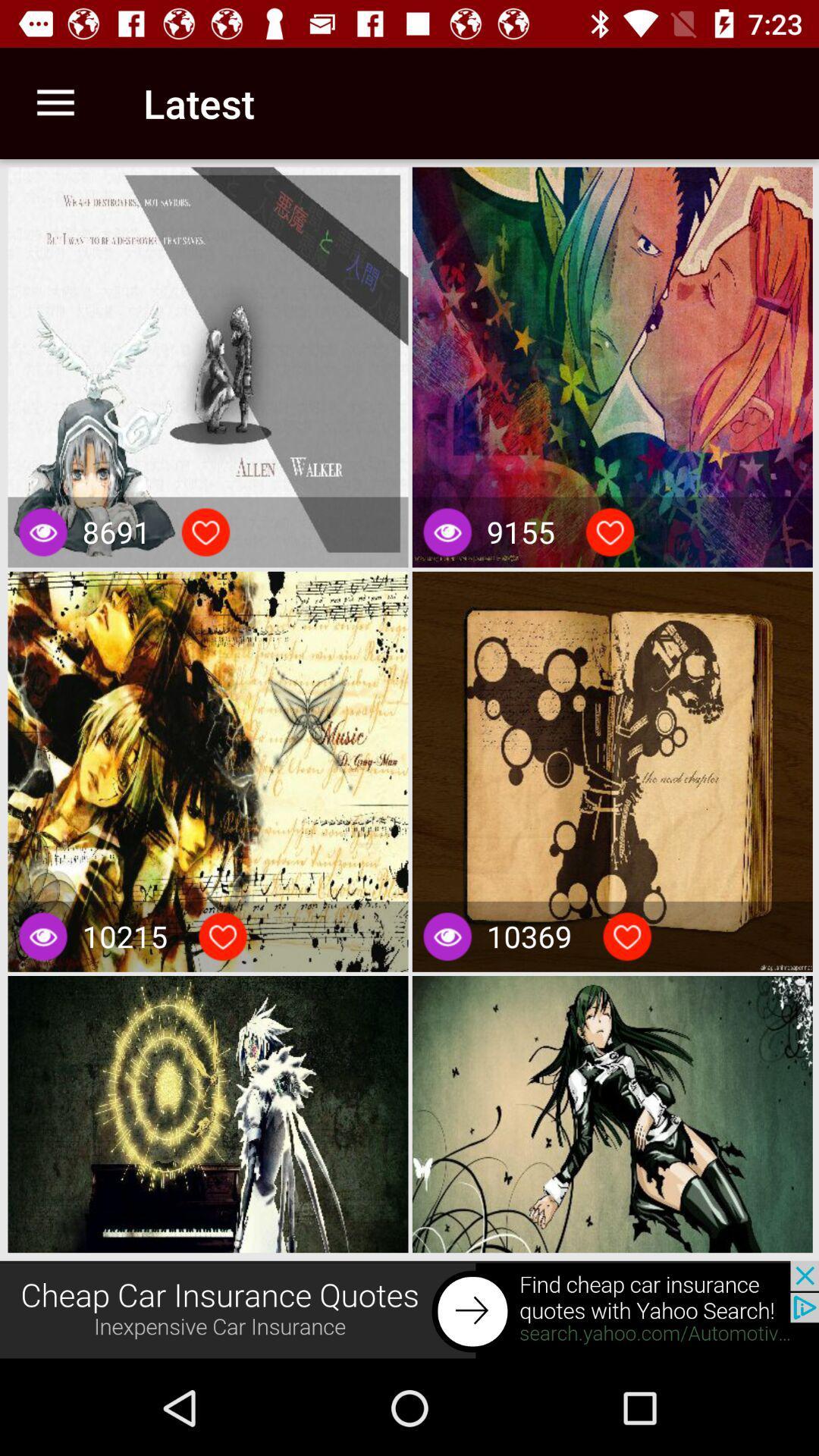 The height and width of the screenshot is (1456, 819). What do you see at coordinates (609, 532) in the screenshot?
I see `like option` at bounding box center [609, 532].